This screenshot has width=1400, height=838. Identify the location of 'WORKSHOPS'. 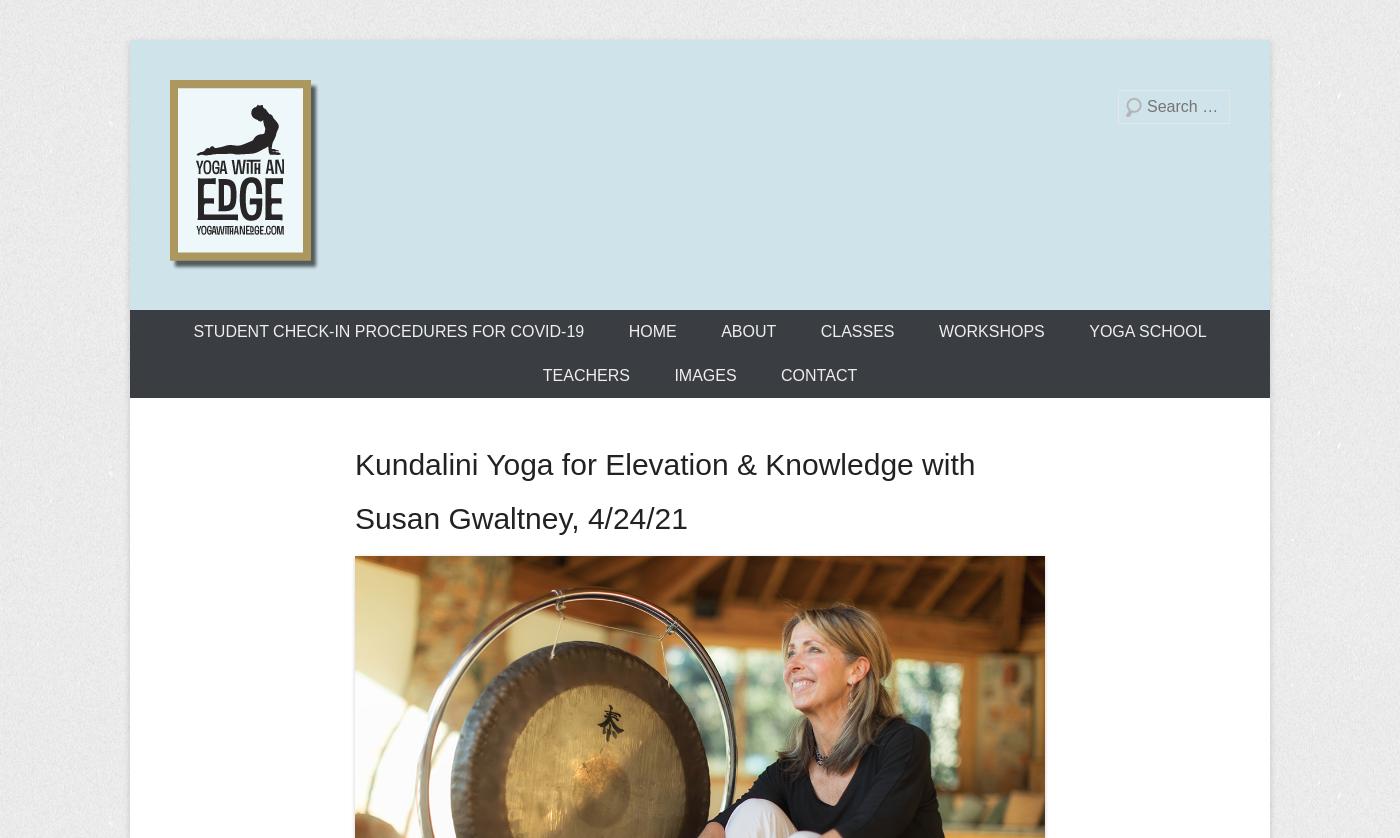
(991, 330).